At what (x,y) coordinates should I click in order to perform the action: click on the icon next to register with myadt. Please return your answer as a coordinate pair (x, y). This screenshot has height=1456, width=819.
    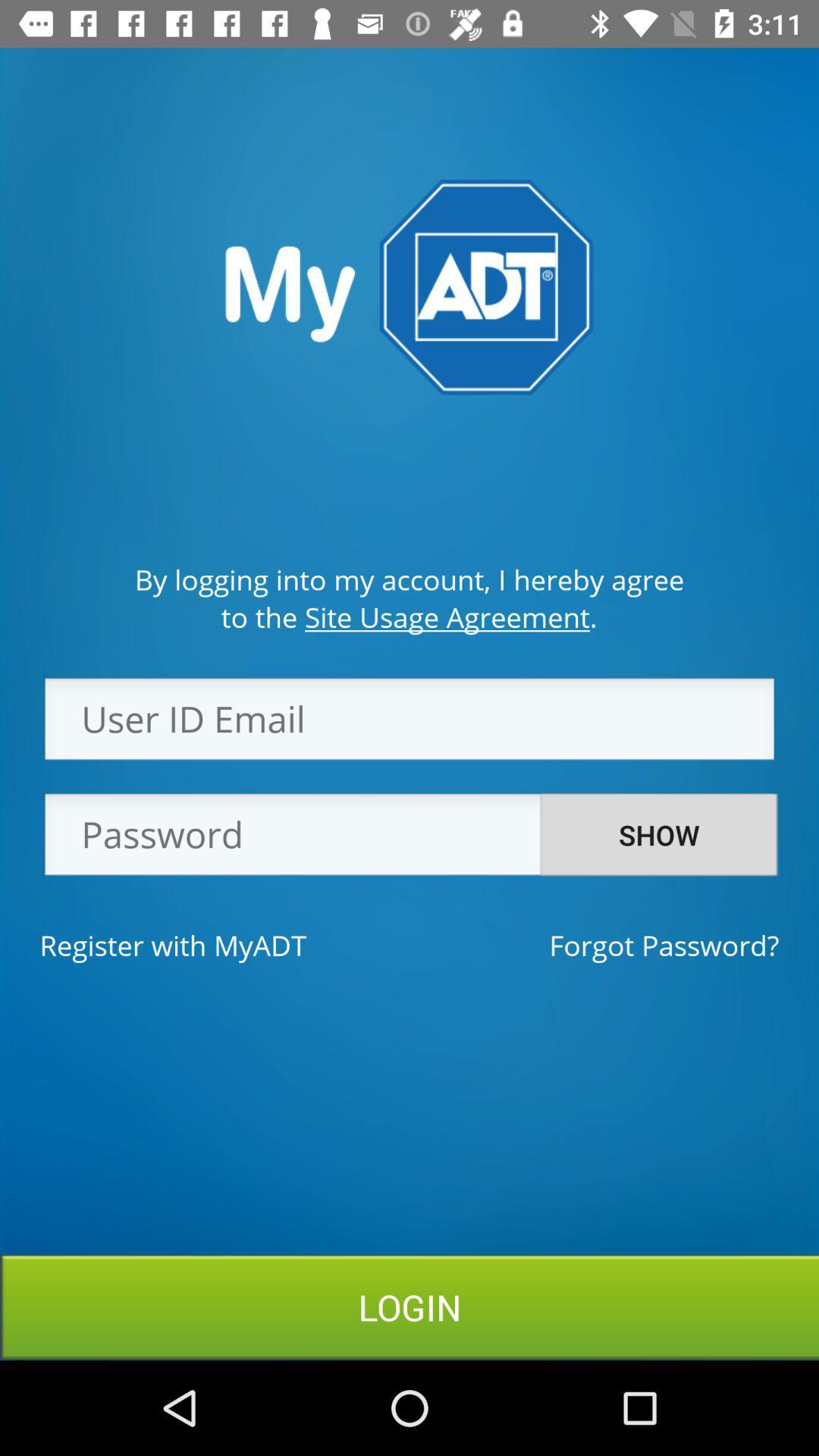
    Looking at the image, I should click on (663, 944).